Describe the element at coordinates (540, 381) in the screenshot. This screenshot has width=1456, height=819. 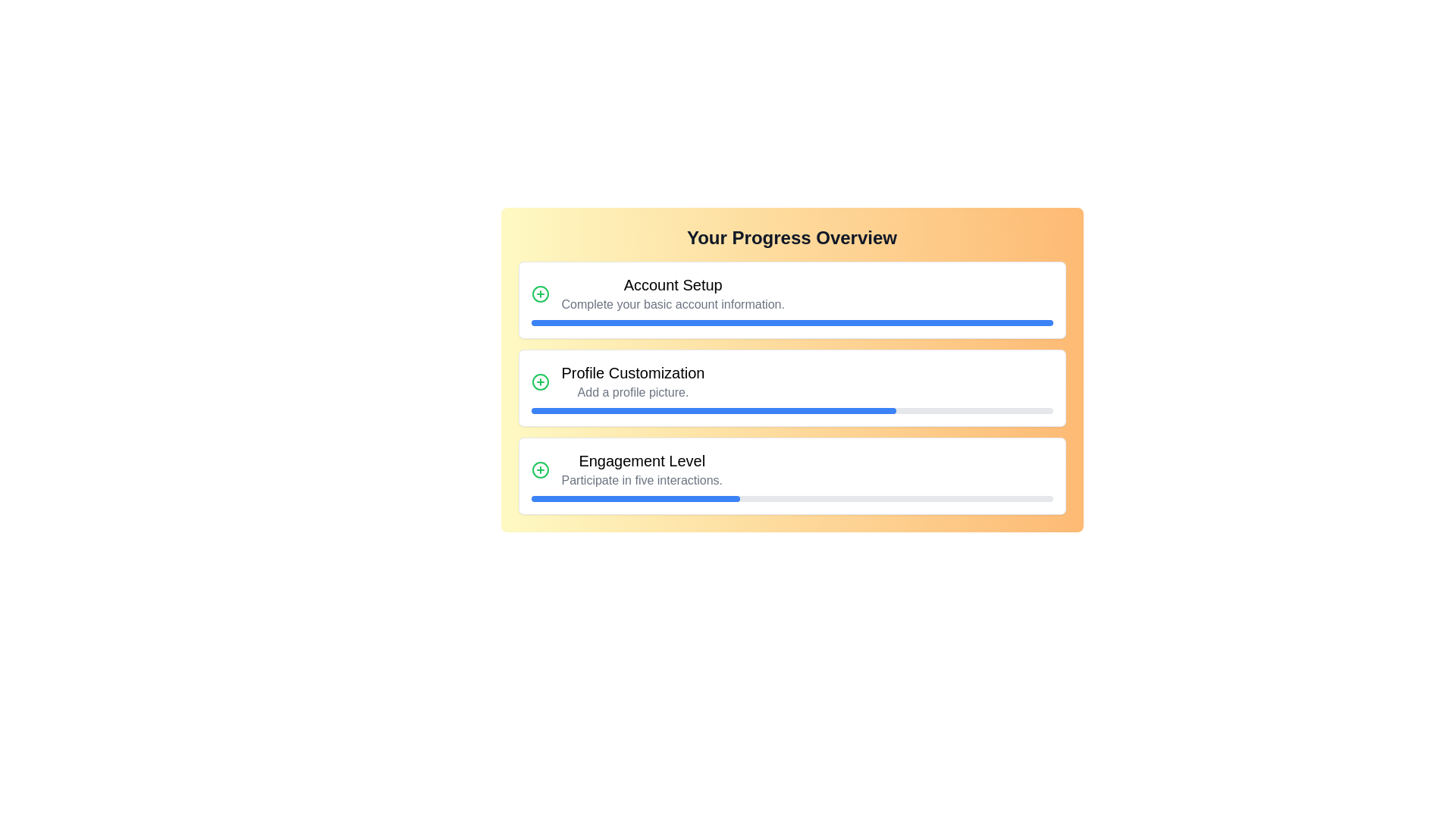
I see `the circular icon with a green outline and a green plus sign, which is adjacent to the 'Profile Customization' text` at that location.